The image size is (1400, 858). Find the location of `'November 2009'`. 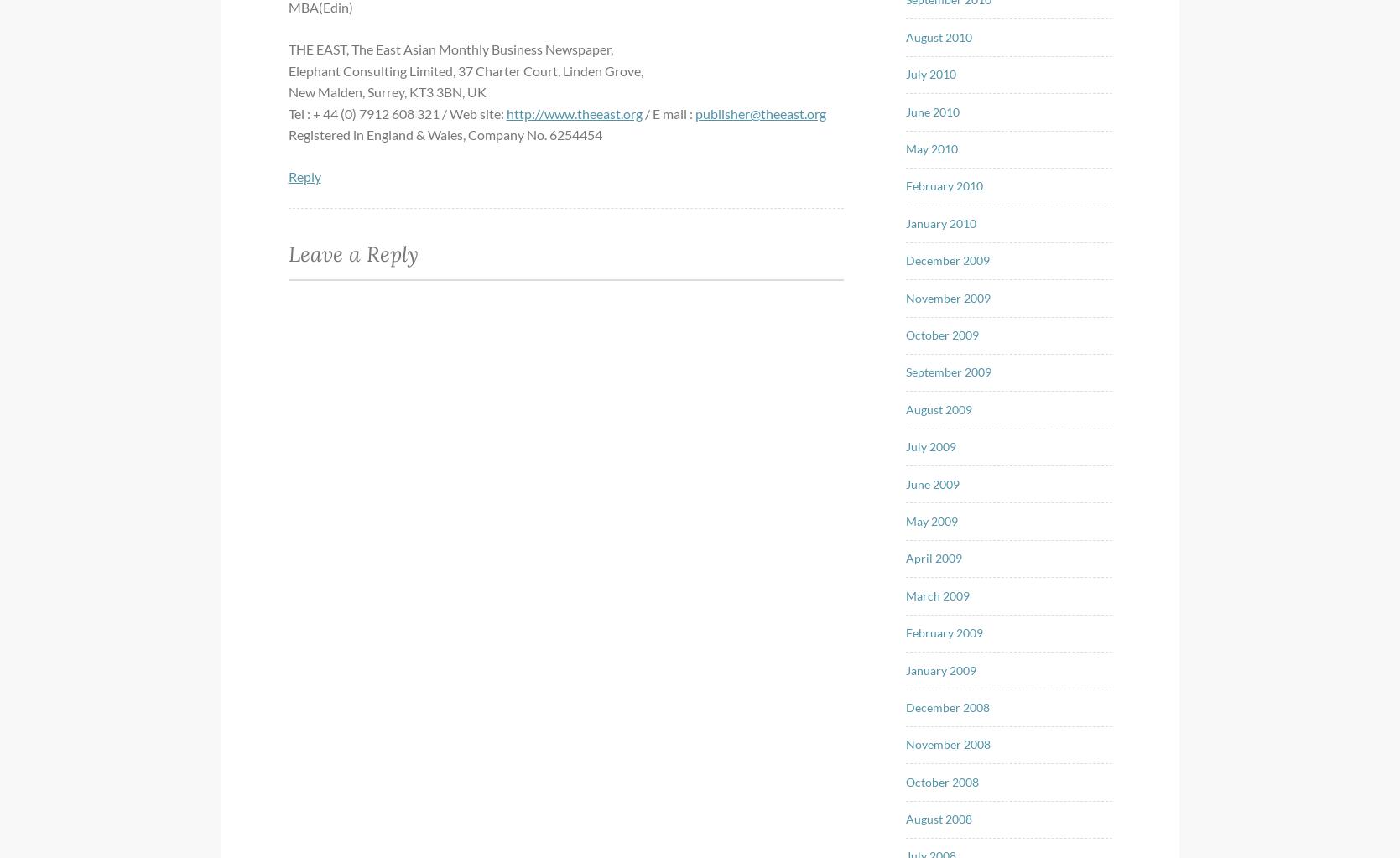

'November 2009' is located at coordinates (948, 297).